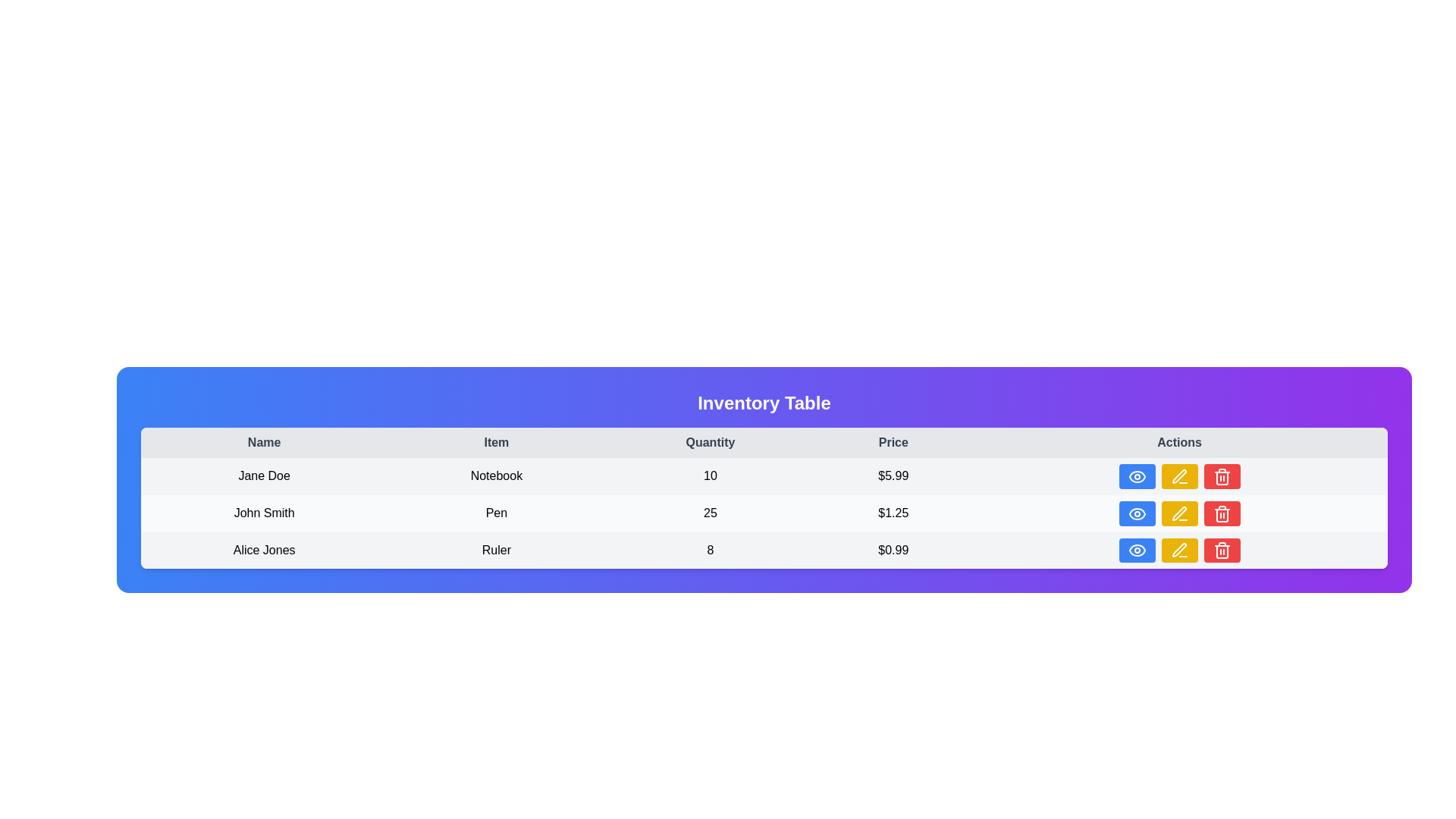 The height and width of the screenshot is (819, 1456). What do you see at coordinates (893, 475) in the screenshot?
I see `price text for the 'Notebook' item located in the fourth column of the first data row under the 'Price' header` at bounding box center [893, 475].